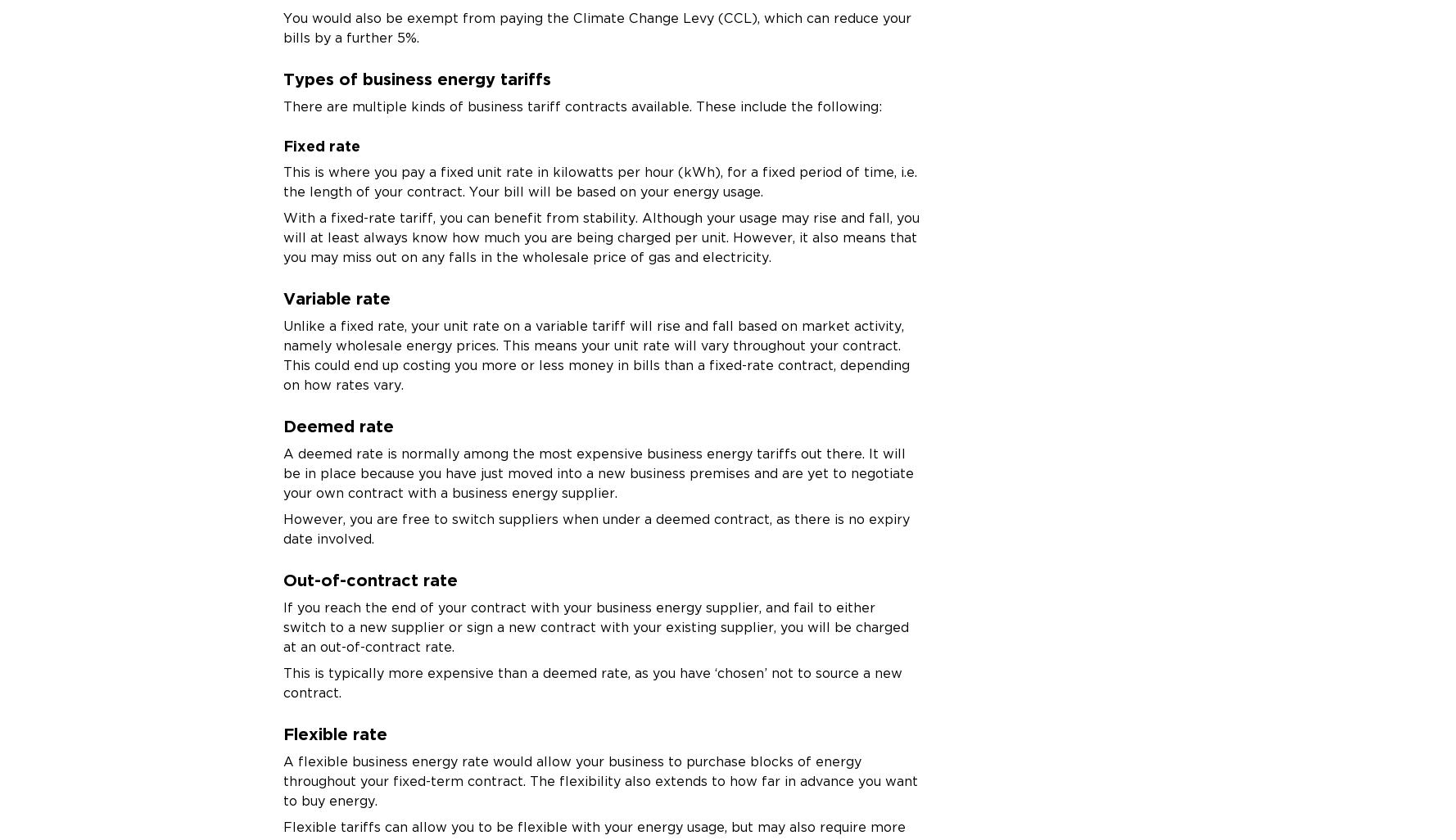  I want to click on 'With a fixed-rate tariff, you can benefit from stability. Although your usage may rise and fall, you will at least always know how much you are being charged per unit. However, it also means that you may miss out on any falls in the wholesale price of gas and electricity.', so click(600, 236).